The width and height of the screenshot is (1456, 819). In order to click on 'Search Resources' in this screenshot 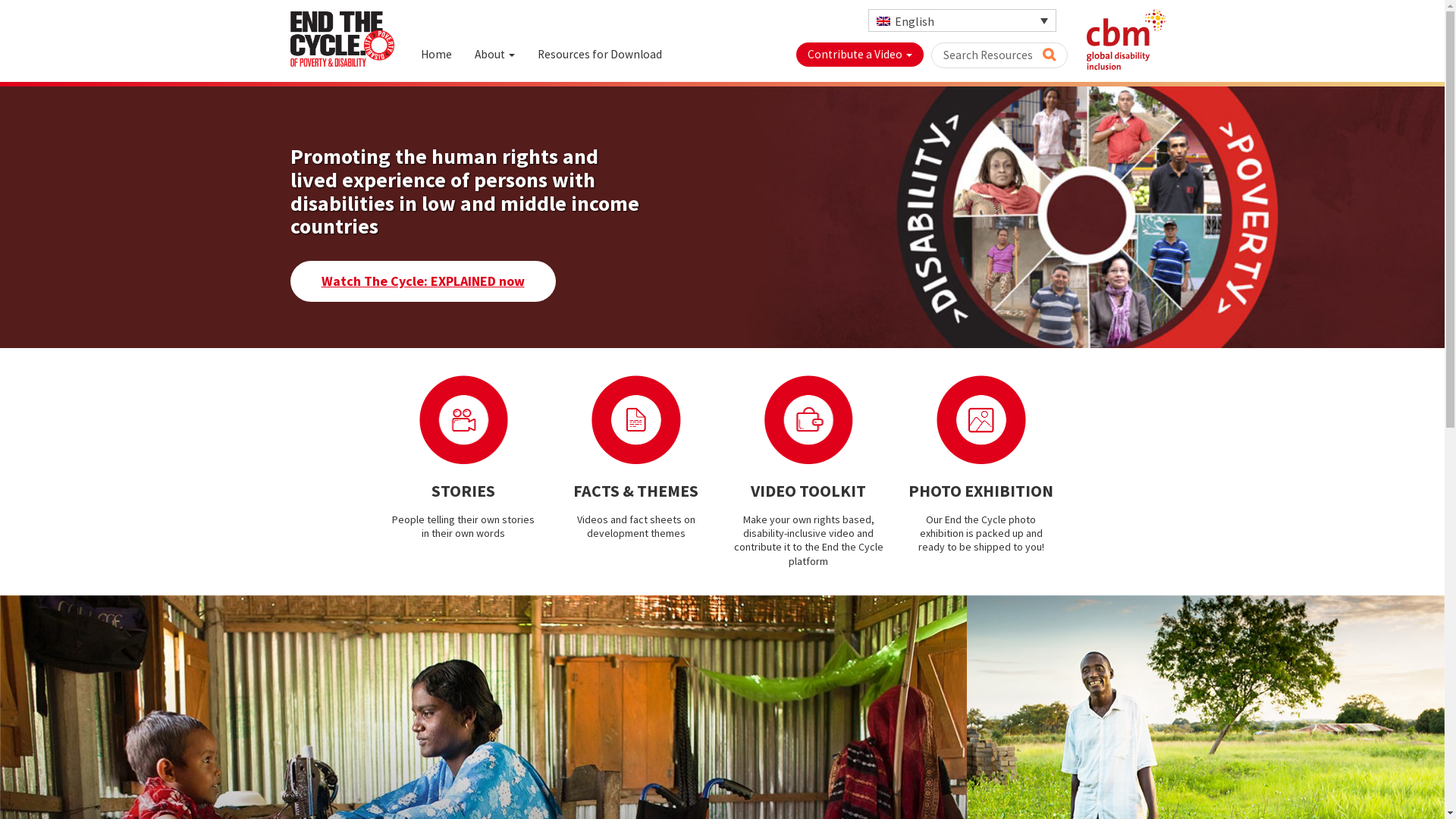, I will do `click(999, 55)`.